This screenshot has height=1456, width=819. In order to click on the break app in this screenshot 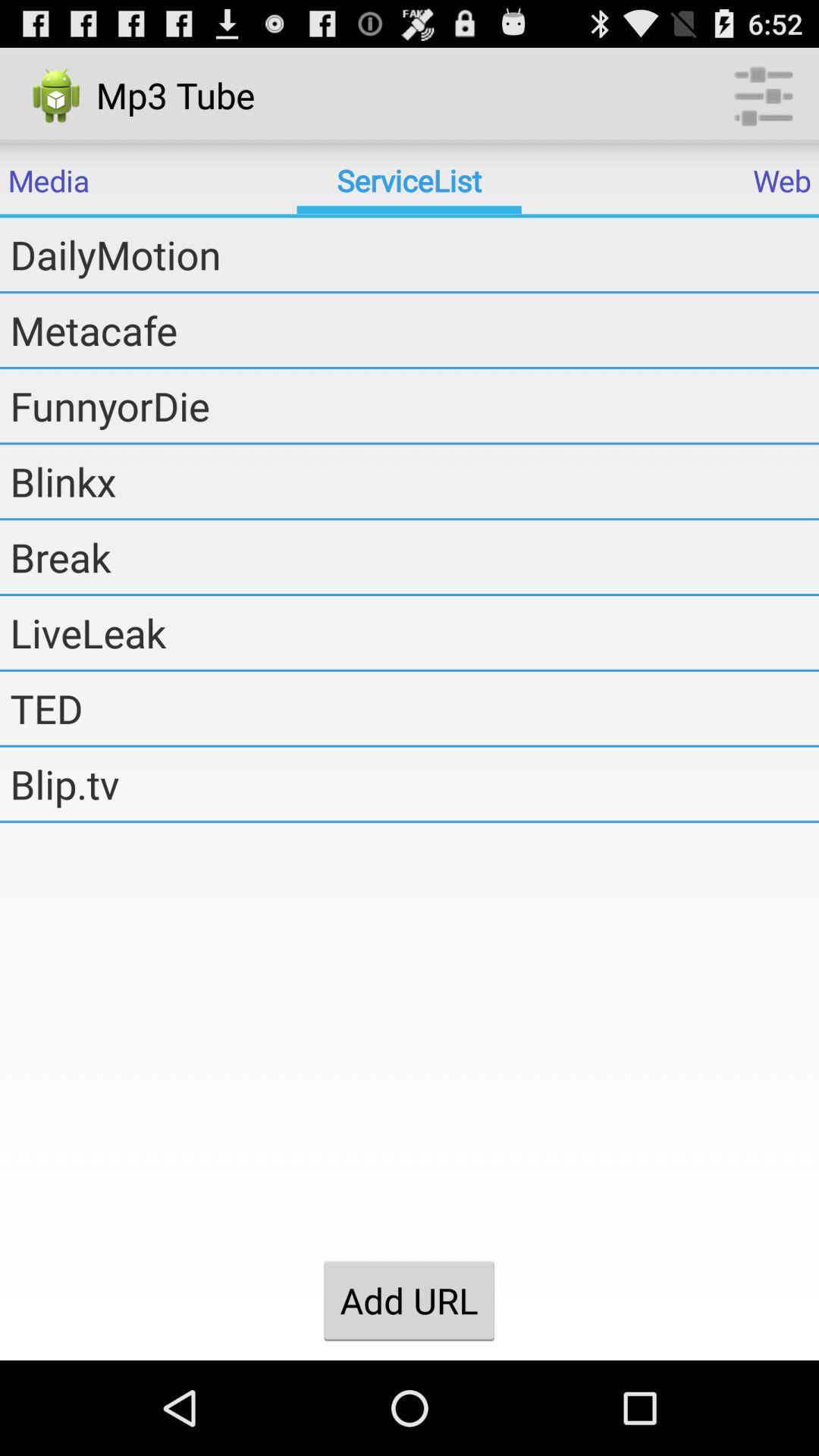, I will do `click(414, 556)`.